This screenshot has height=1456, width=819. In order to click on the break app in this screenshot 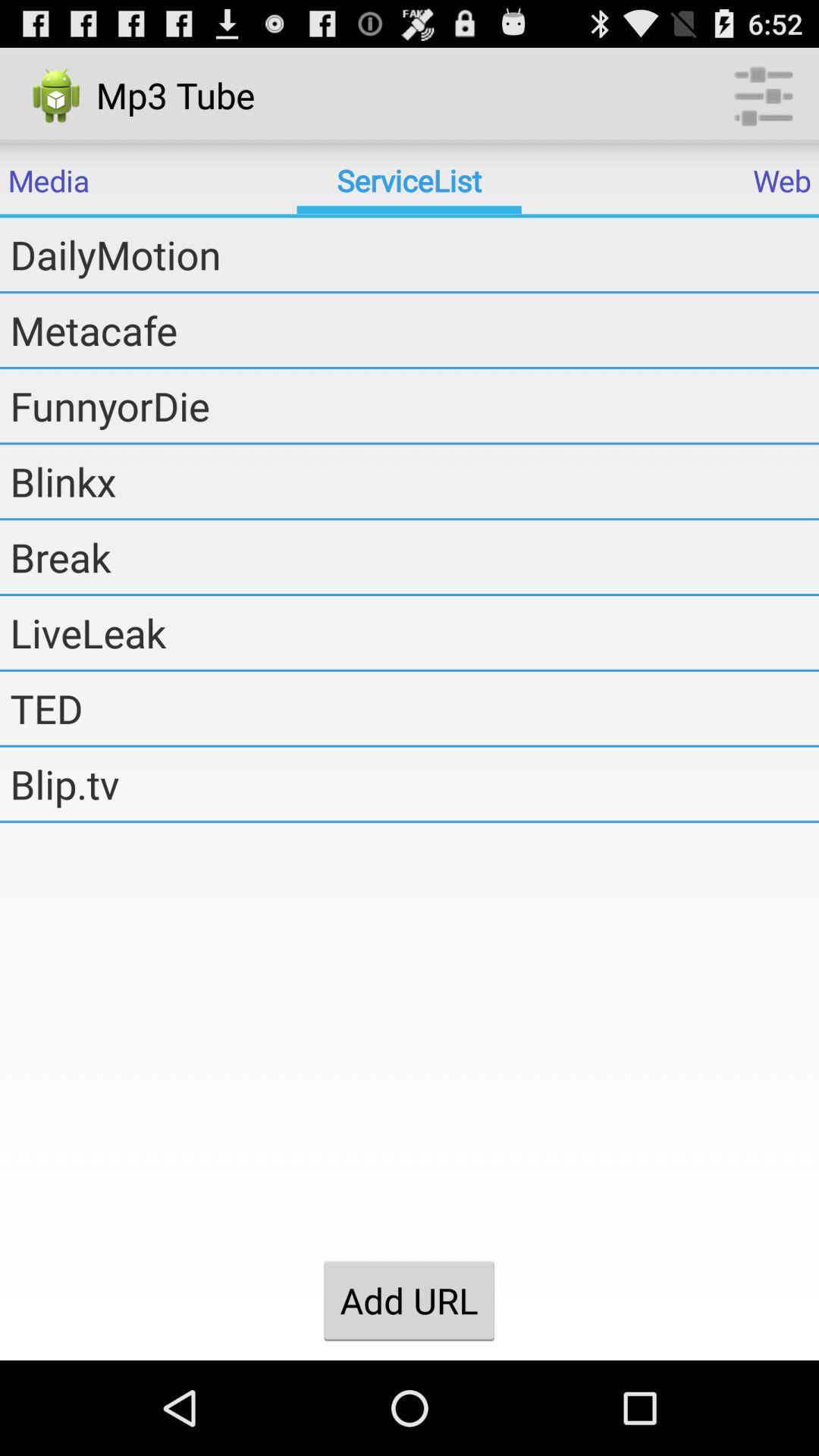, I will do `click(414, 556)`.